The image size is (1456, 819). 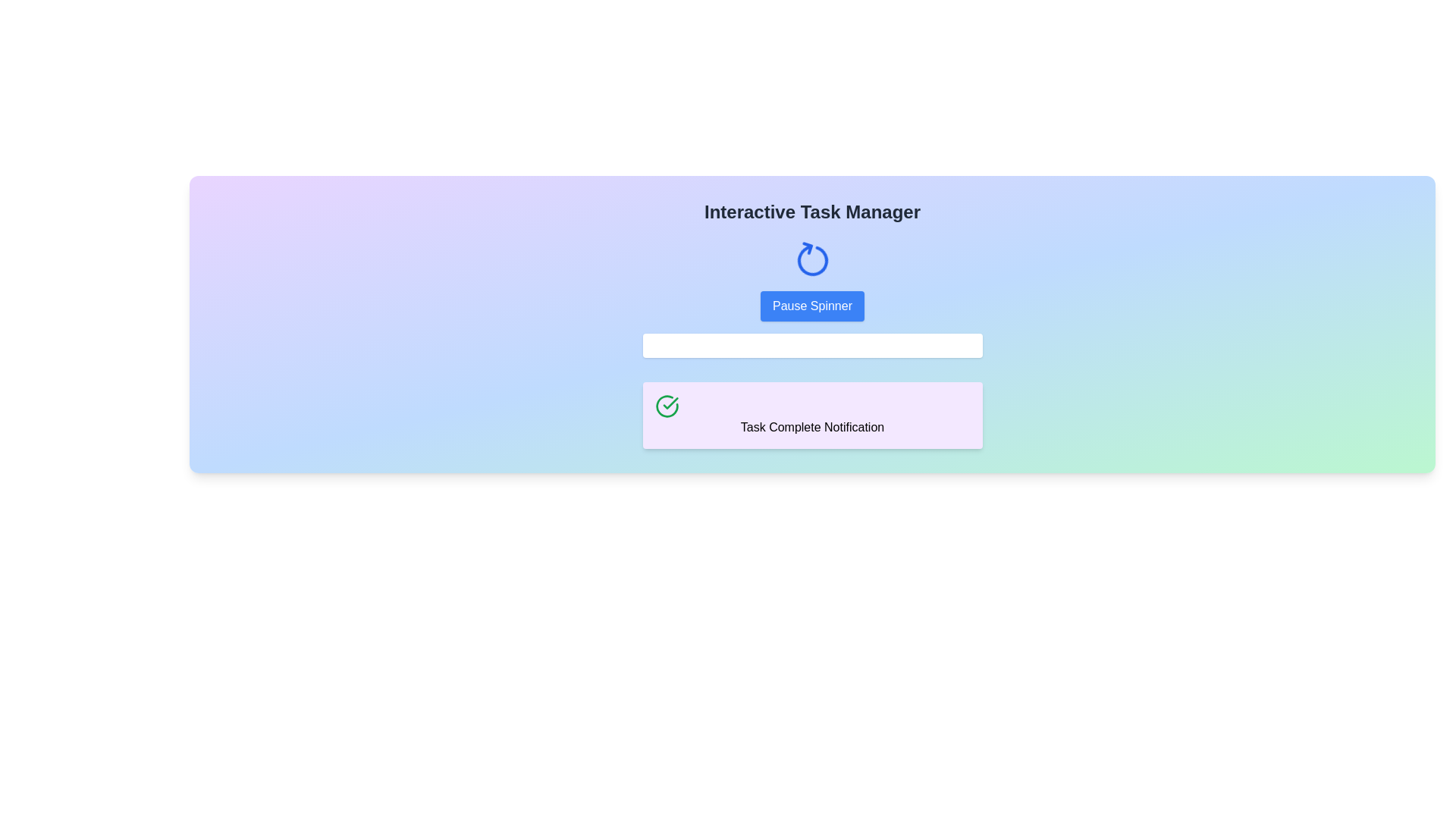 I want to click on the pause button located directly beneath the animated spinner in the Interactive Task Manager interface to observe its hover effect, so click(x=811, y=306).